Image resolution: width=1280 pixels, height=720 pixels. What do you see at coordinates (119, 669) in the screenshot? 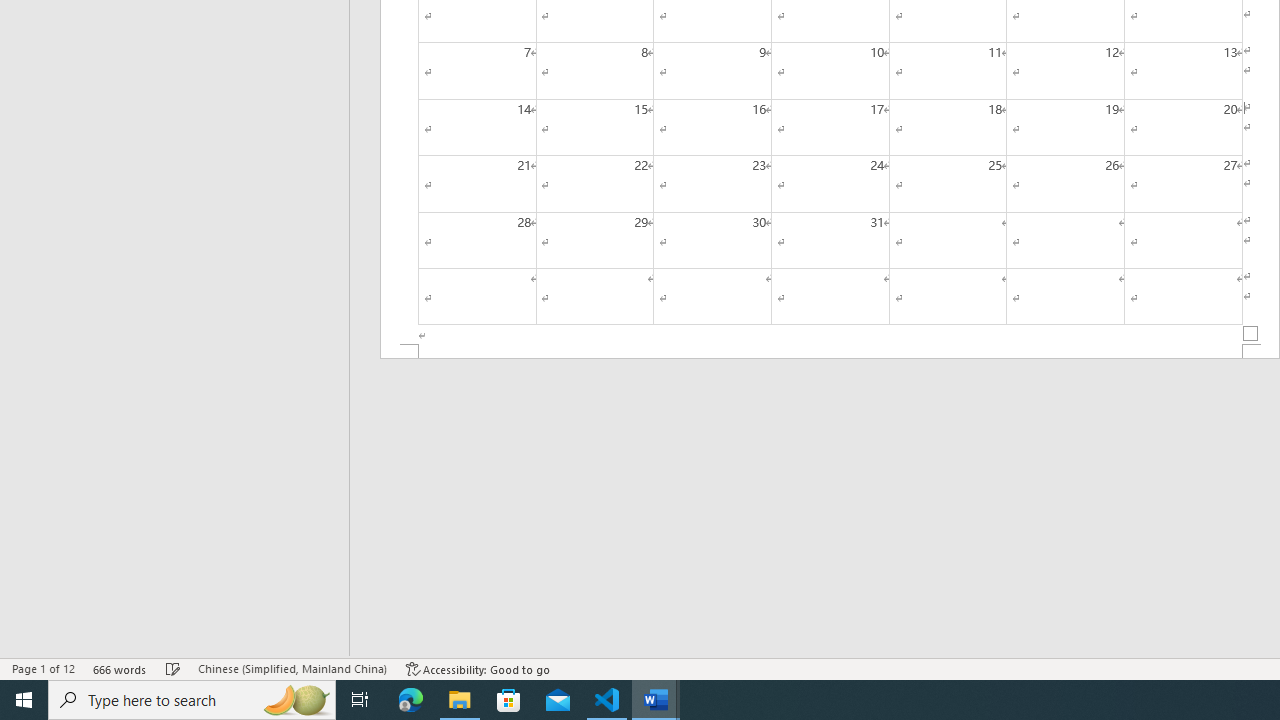
I see `'Word Count 666 words'` at bounding box center [119, 669].